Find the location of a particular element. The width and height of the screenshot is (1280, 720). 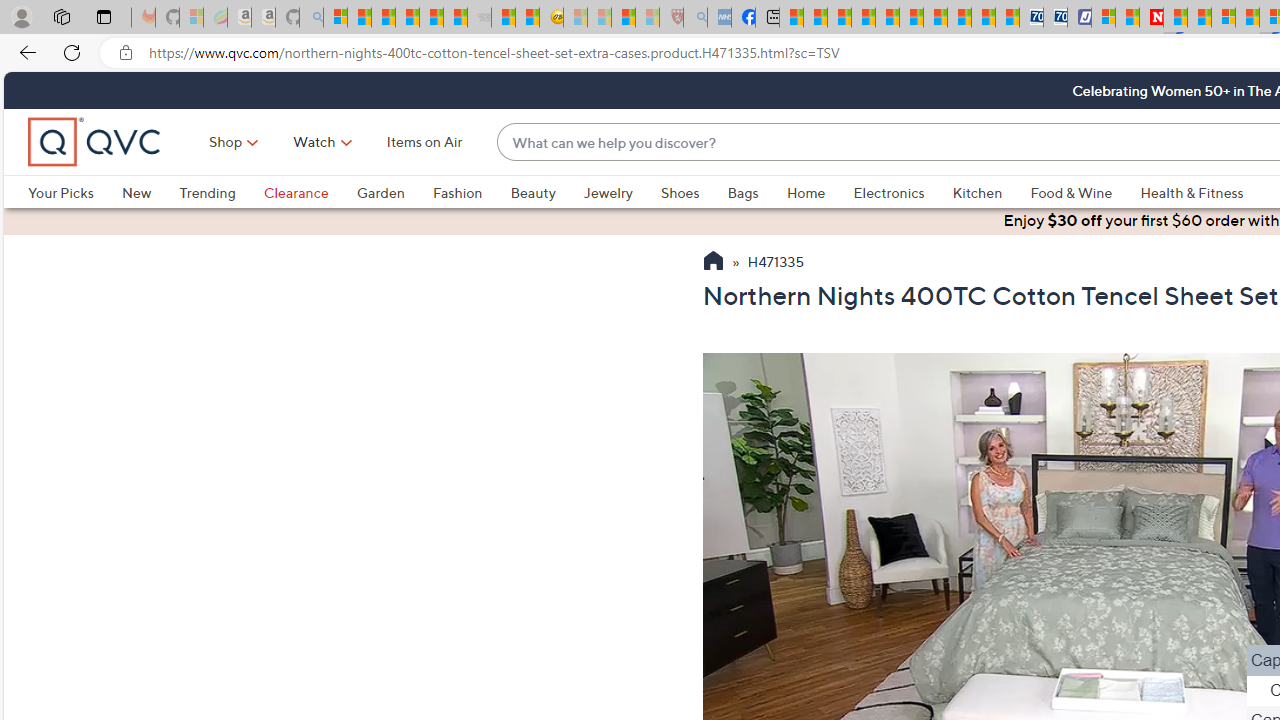

'Fashion' is located at coordinates (456, 192).